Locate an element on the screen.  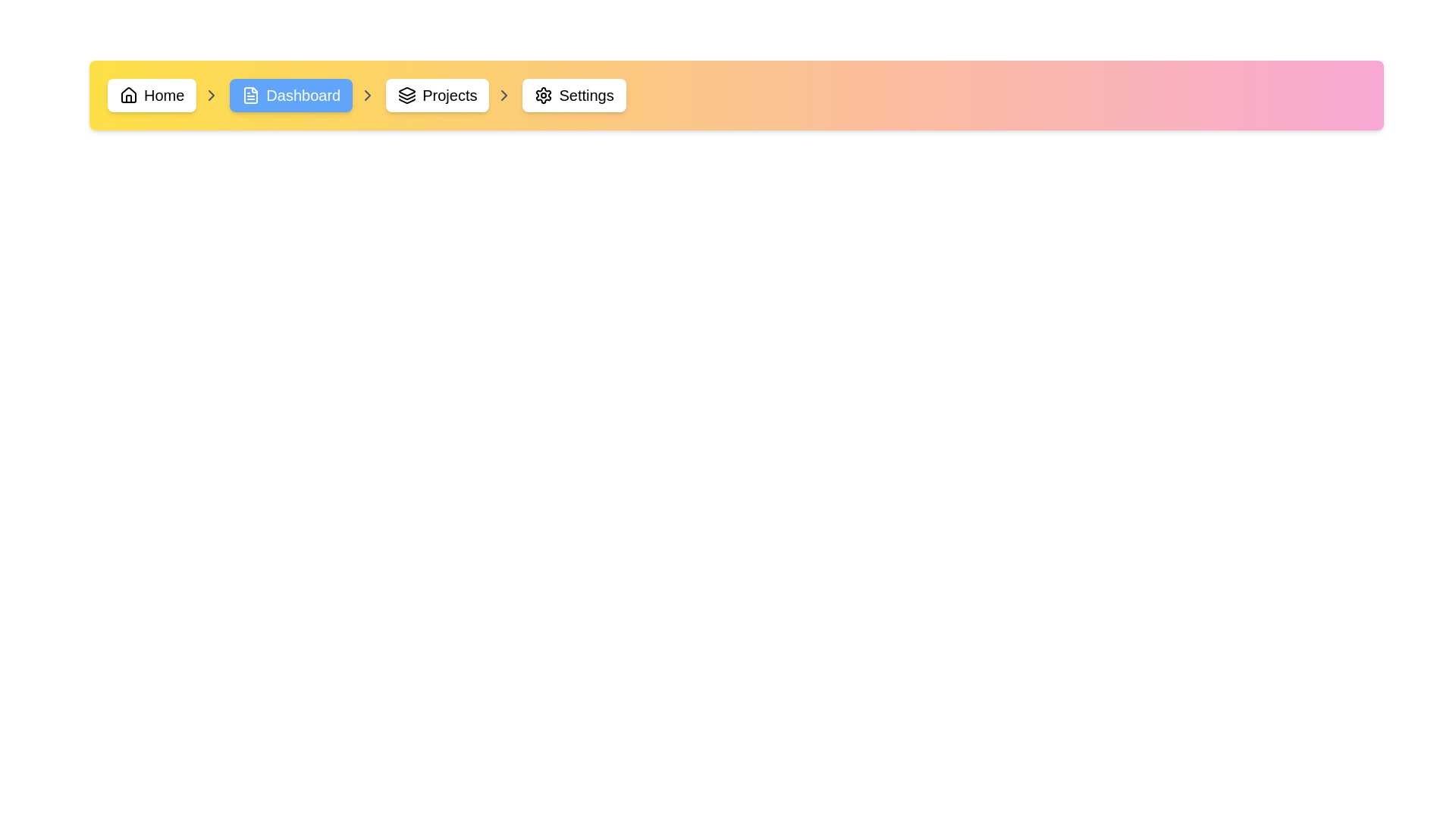
the gear icon at the rightmost end of the breadcrumb navigation bar is located at coordinates (544, 96).